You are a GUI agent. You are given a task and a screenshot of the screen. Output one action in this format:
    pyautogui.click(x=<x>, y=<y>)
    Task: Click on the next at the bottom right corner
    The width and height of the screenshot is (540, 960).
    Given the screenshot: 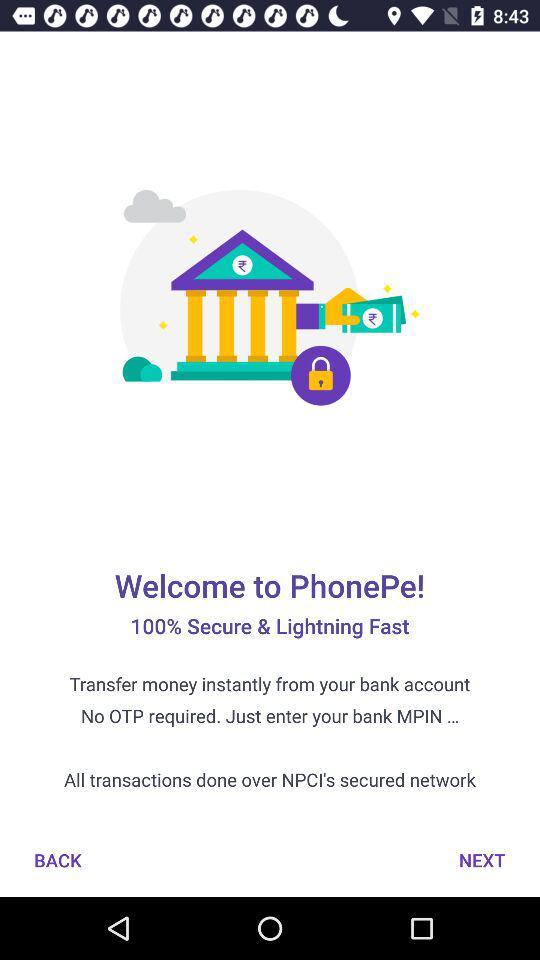 What is the action you would take?
    pyautogui.click(x=481, y=859)
    